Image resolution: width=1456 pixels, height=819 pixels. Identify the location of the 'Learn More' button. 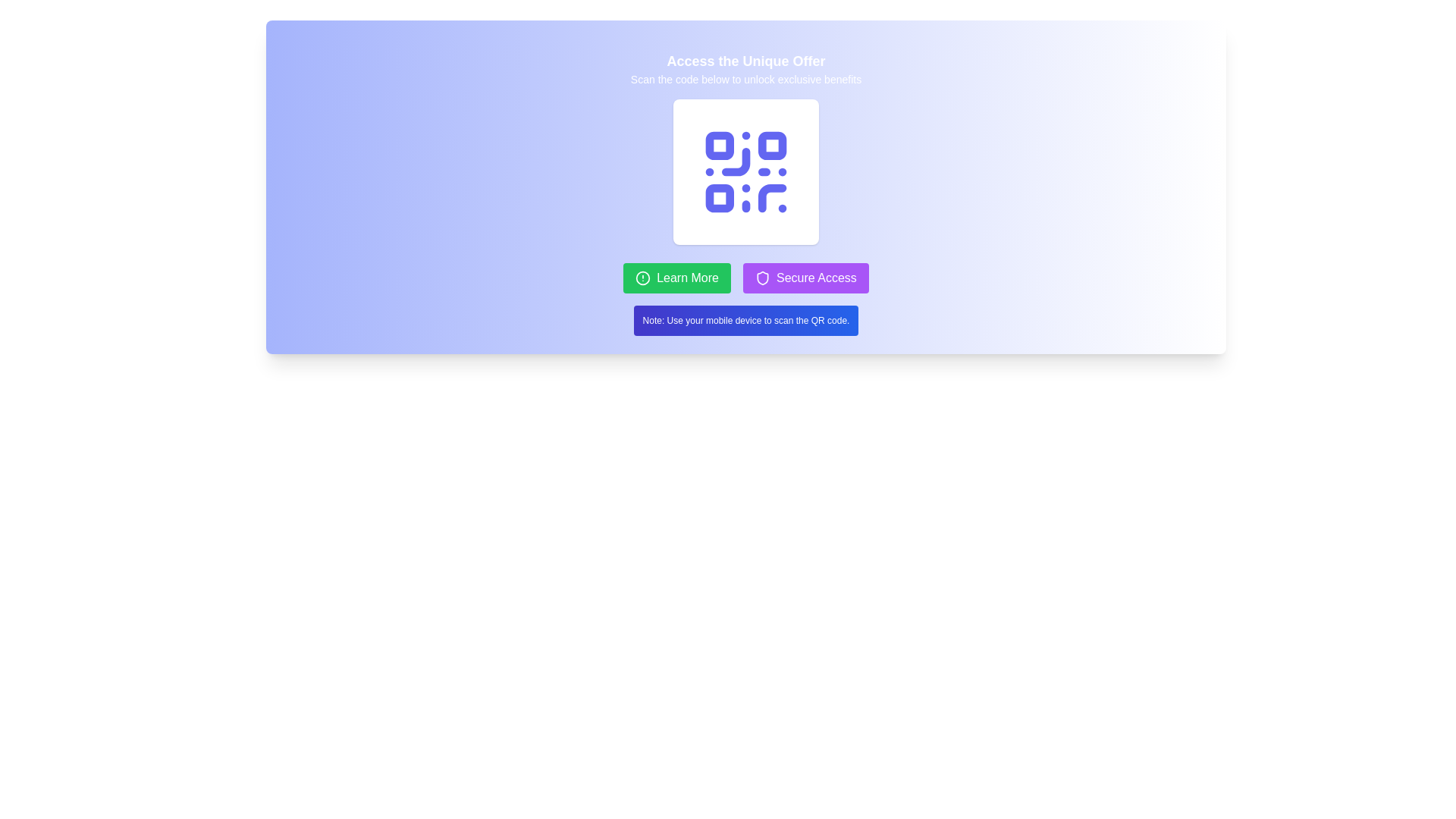
(676, 278).